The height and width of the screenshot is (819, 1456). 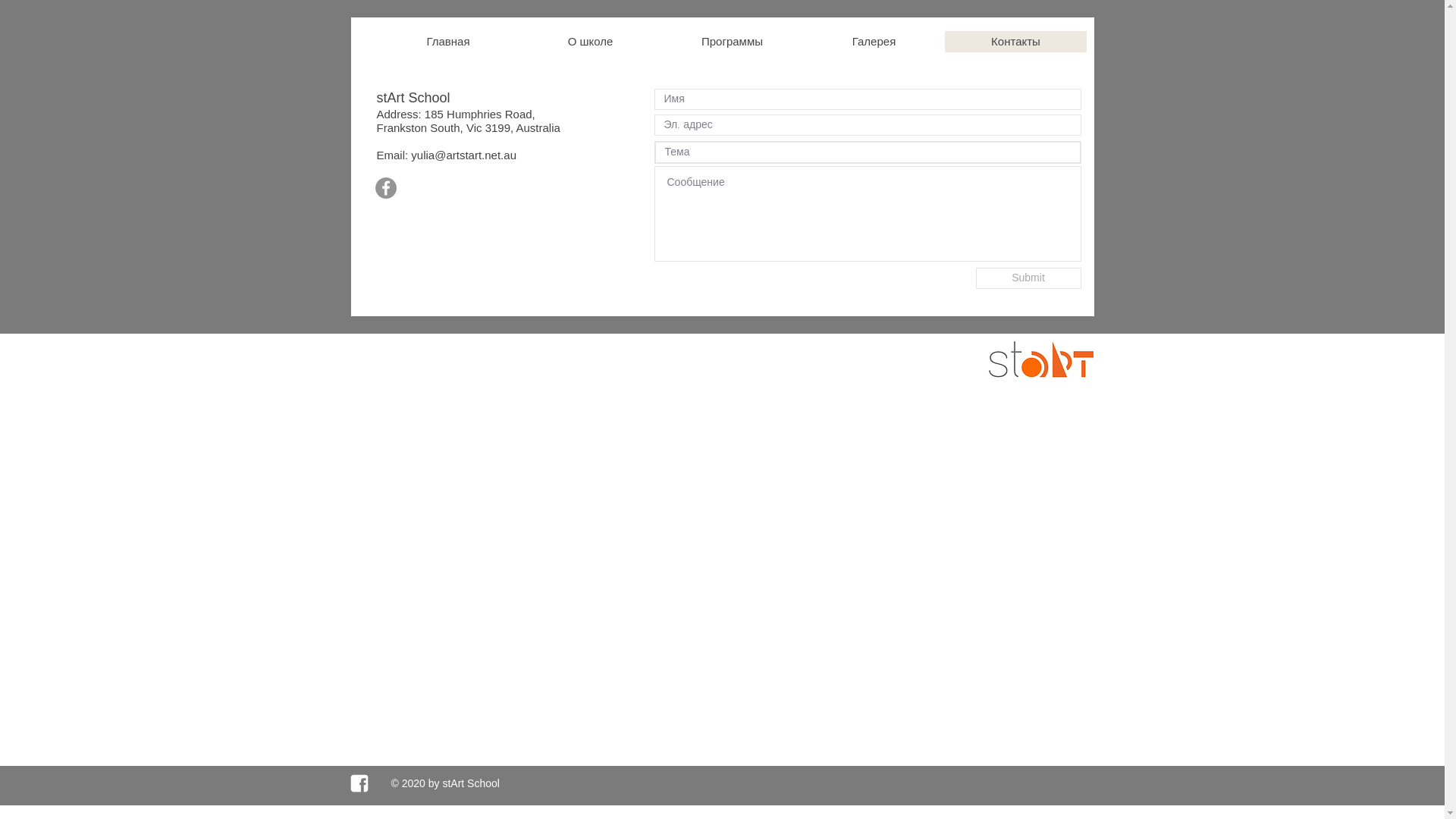 I want to click on 'yulia@artstart.net.au', so click(x=463, y=155).